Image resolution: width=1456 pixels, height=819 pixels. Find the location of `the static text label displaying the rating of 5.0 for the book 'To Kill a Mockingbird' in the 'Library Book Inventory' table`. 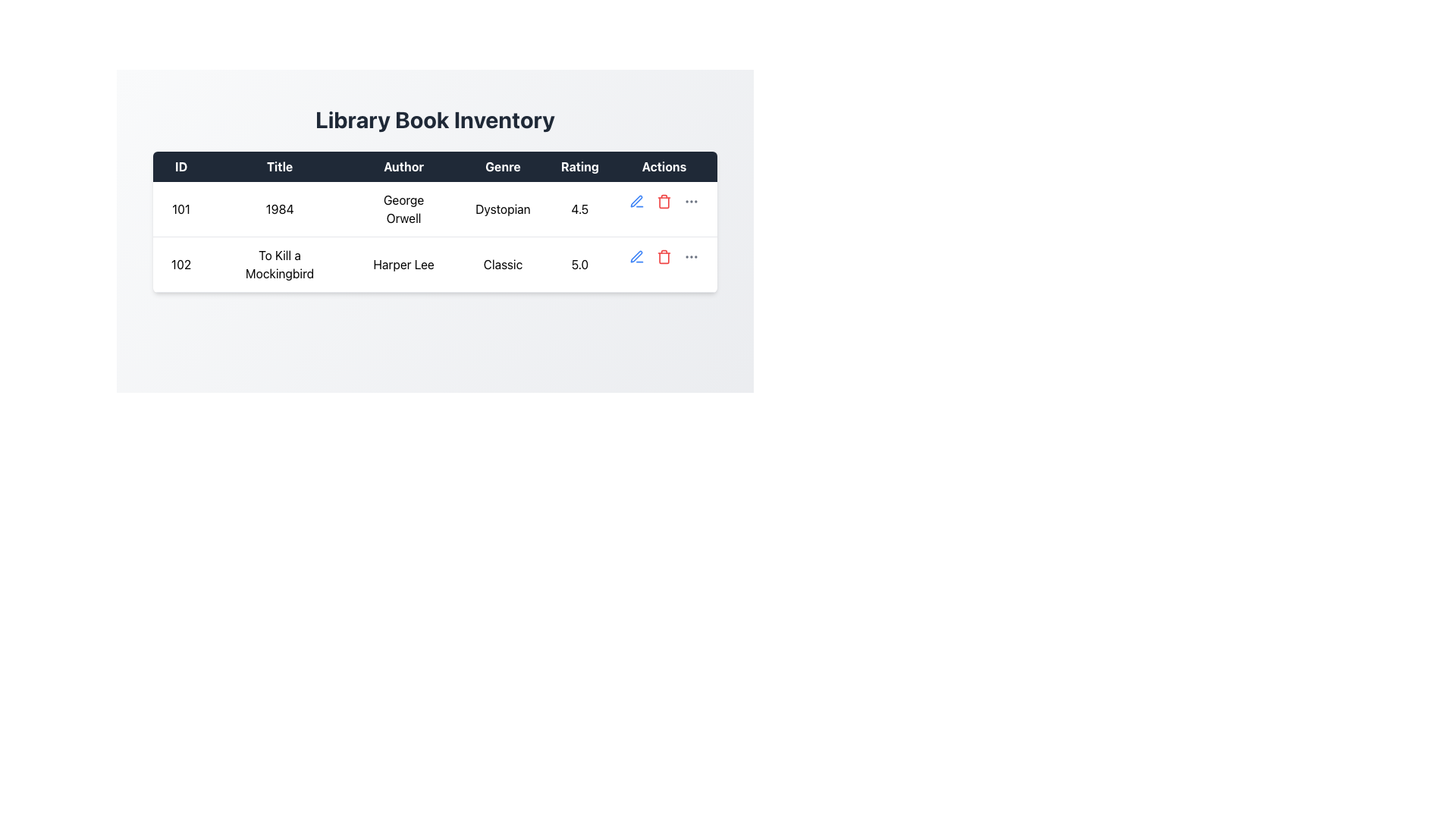

the static text label displaying the rating of 5.0 for the book 'To Kill a Mockingbird' in the 'Library Book Inventory' table is located at coordinates (579, 263).